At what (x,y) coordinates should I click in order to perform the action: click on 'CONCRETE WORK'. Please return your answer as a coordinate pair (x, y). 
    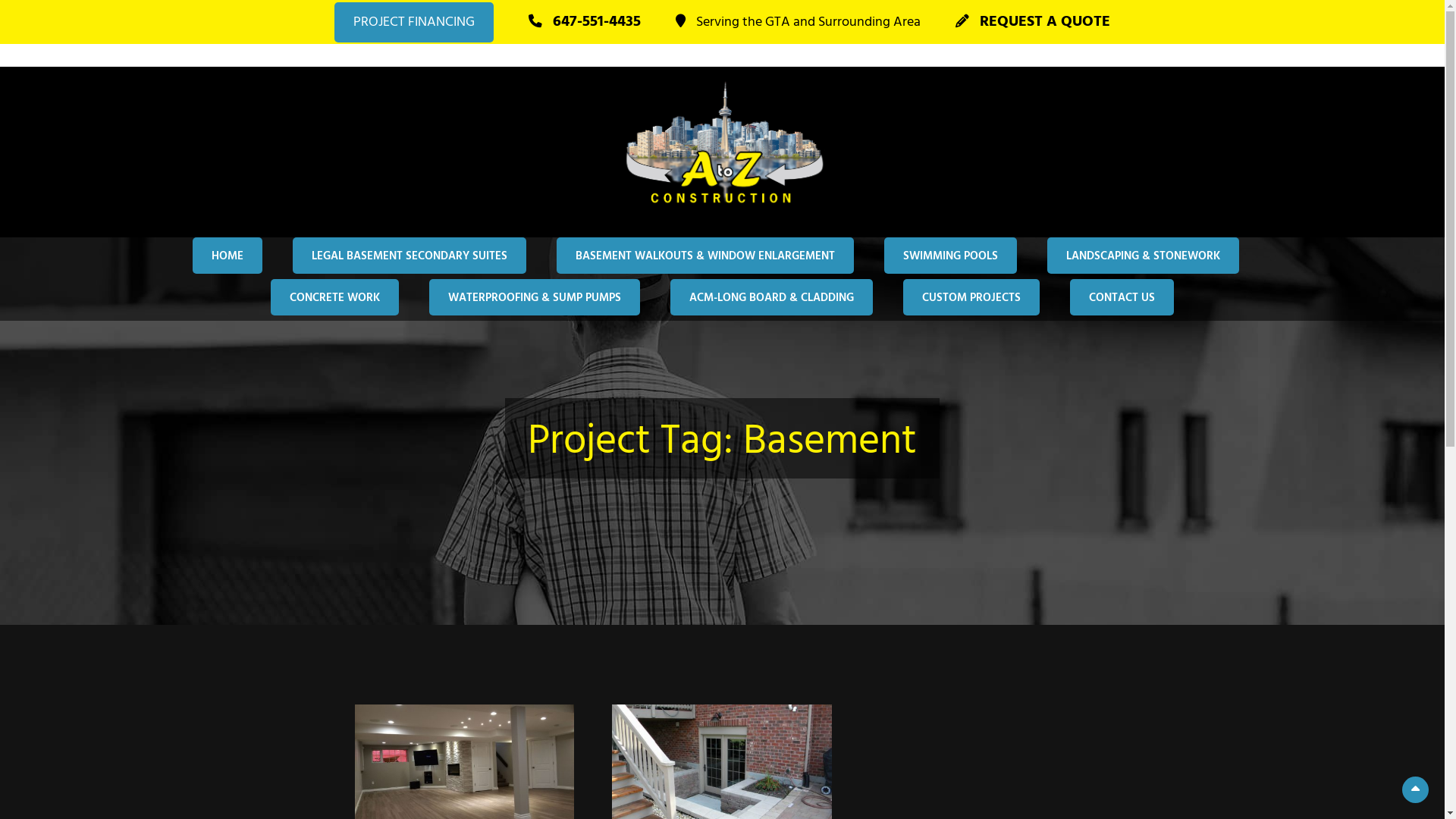
    Looking at the image, I should click on (334, 297).